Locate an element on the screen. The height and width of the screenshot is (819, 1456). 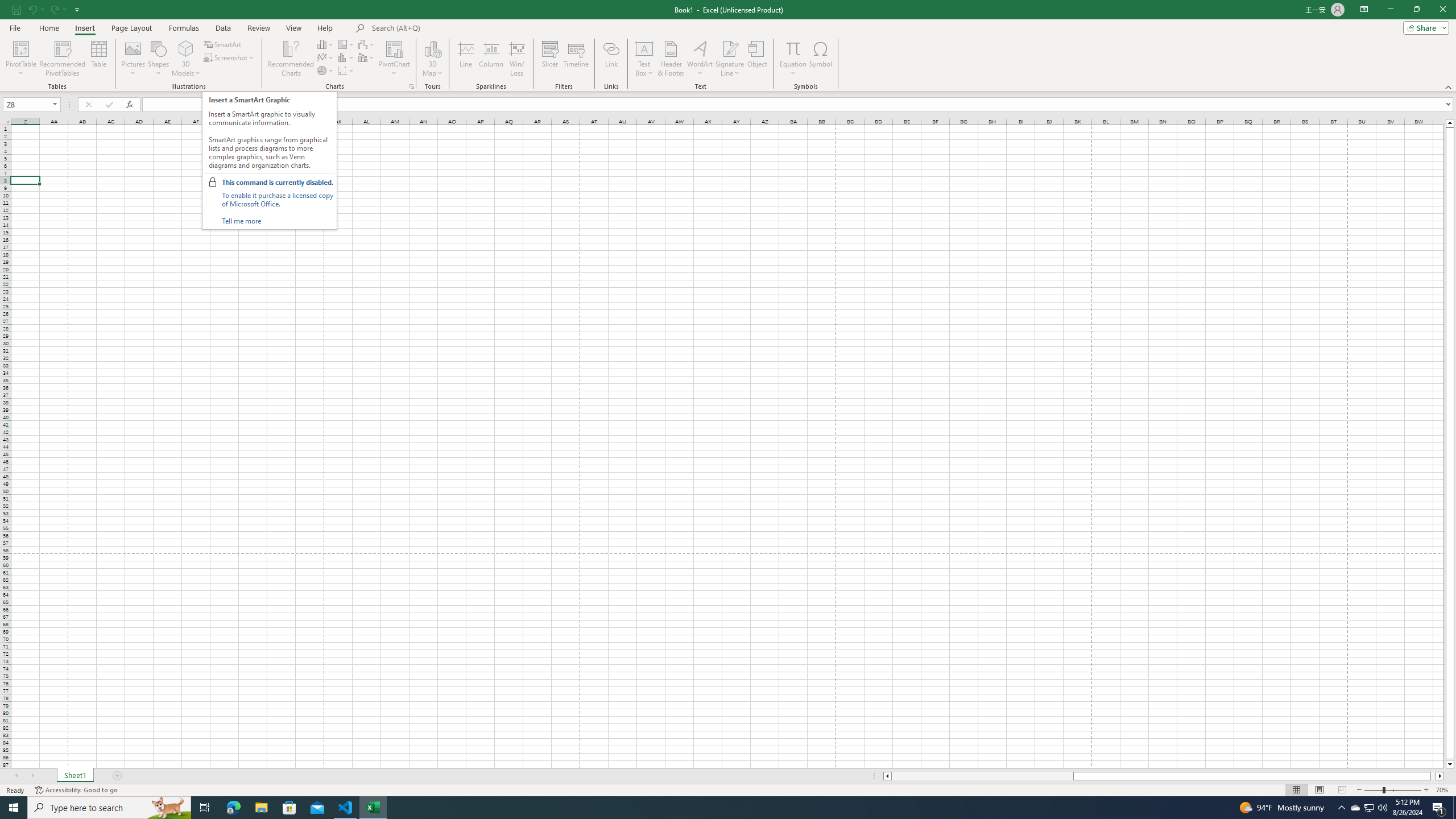
'Ribbon Display Options' is located at coordinates (1363, 9).